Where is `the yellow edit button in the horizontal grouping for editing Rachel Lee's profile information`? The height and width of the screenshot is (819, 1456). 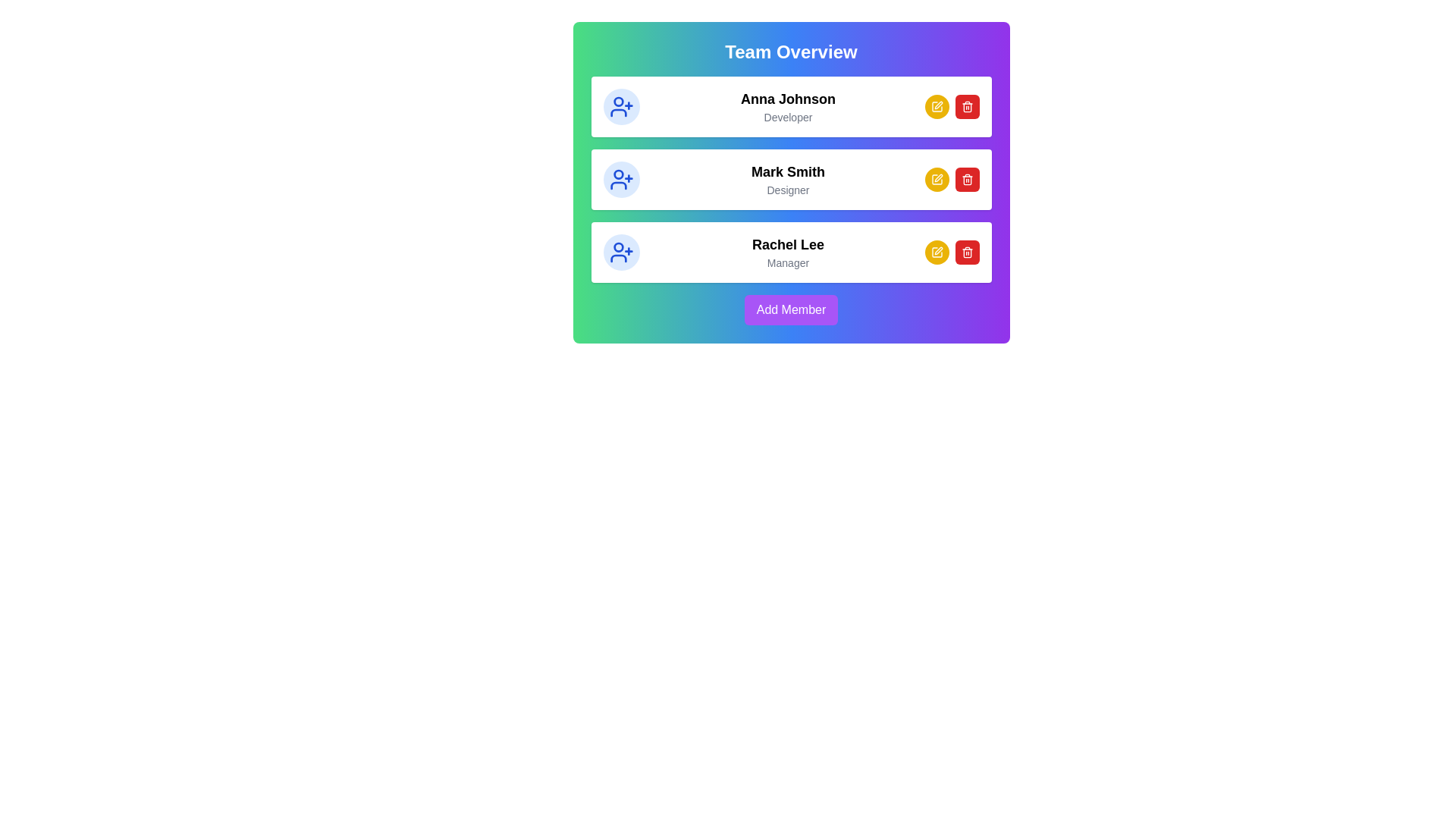
the yellow edit button in the horizontal grouping for editing Rachel Lee's profile information is located at coordinates (951, 251).